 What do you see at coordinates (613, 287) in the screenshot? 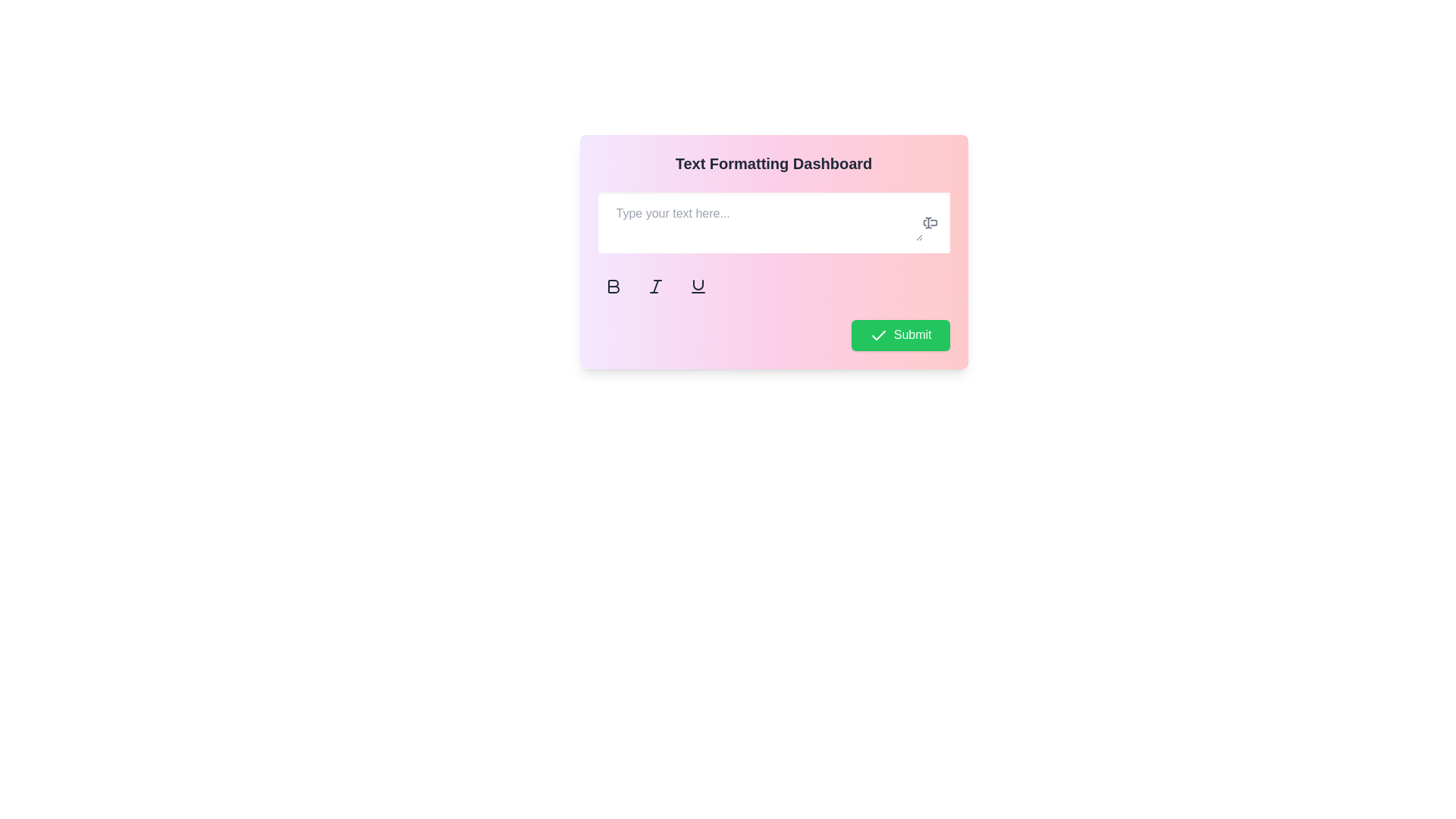
I see `the bold-style button represented by the letter 'B'` at bounding box center [613, 287].